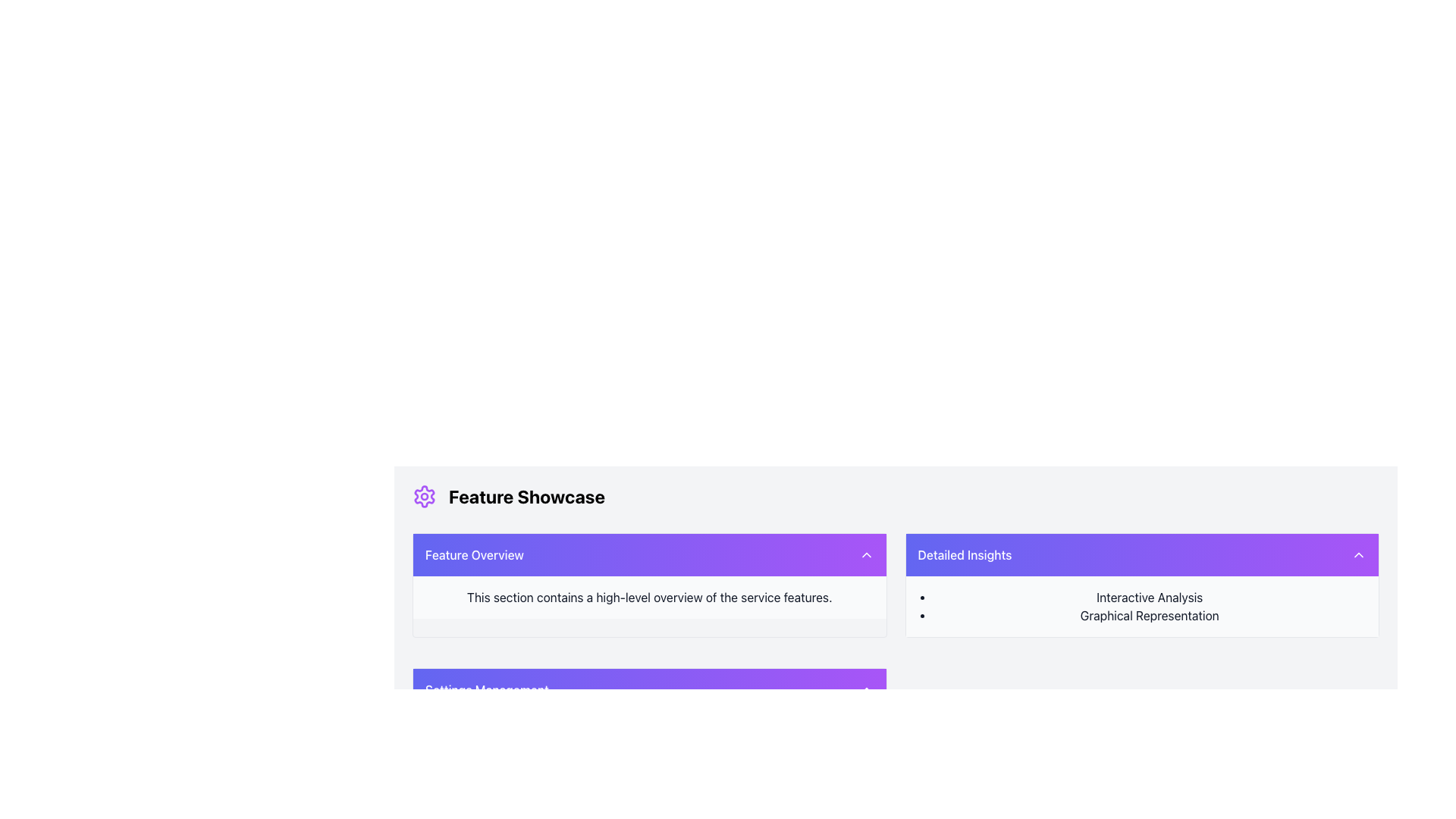 This screenshot has height=819, width=1456. Describe the element at coordinates (1358, 555) in the screenshot. I see `the chevron icon on the far right end of the 'Detailed Insights' section header` at that location.